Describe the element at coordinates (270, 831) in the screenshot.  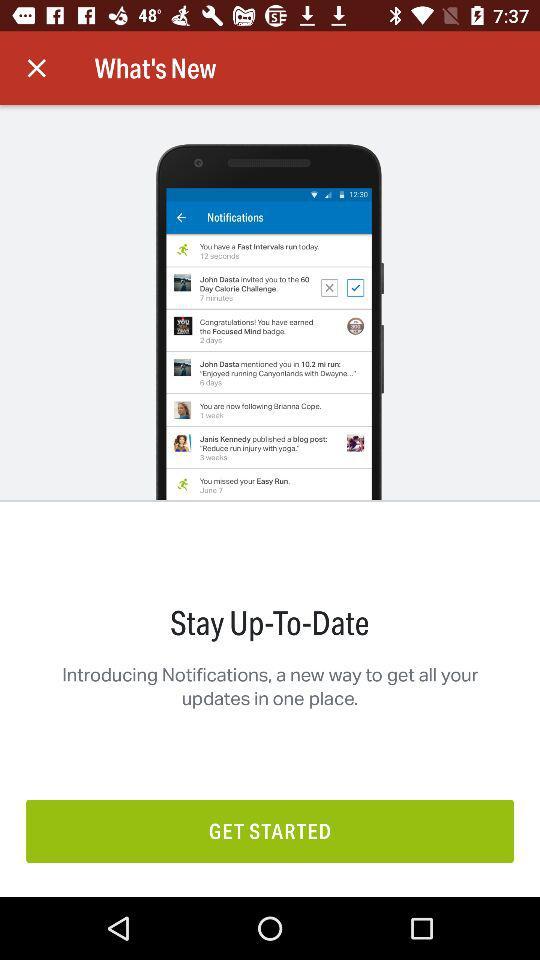
I see `get started item` at that location.